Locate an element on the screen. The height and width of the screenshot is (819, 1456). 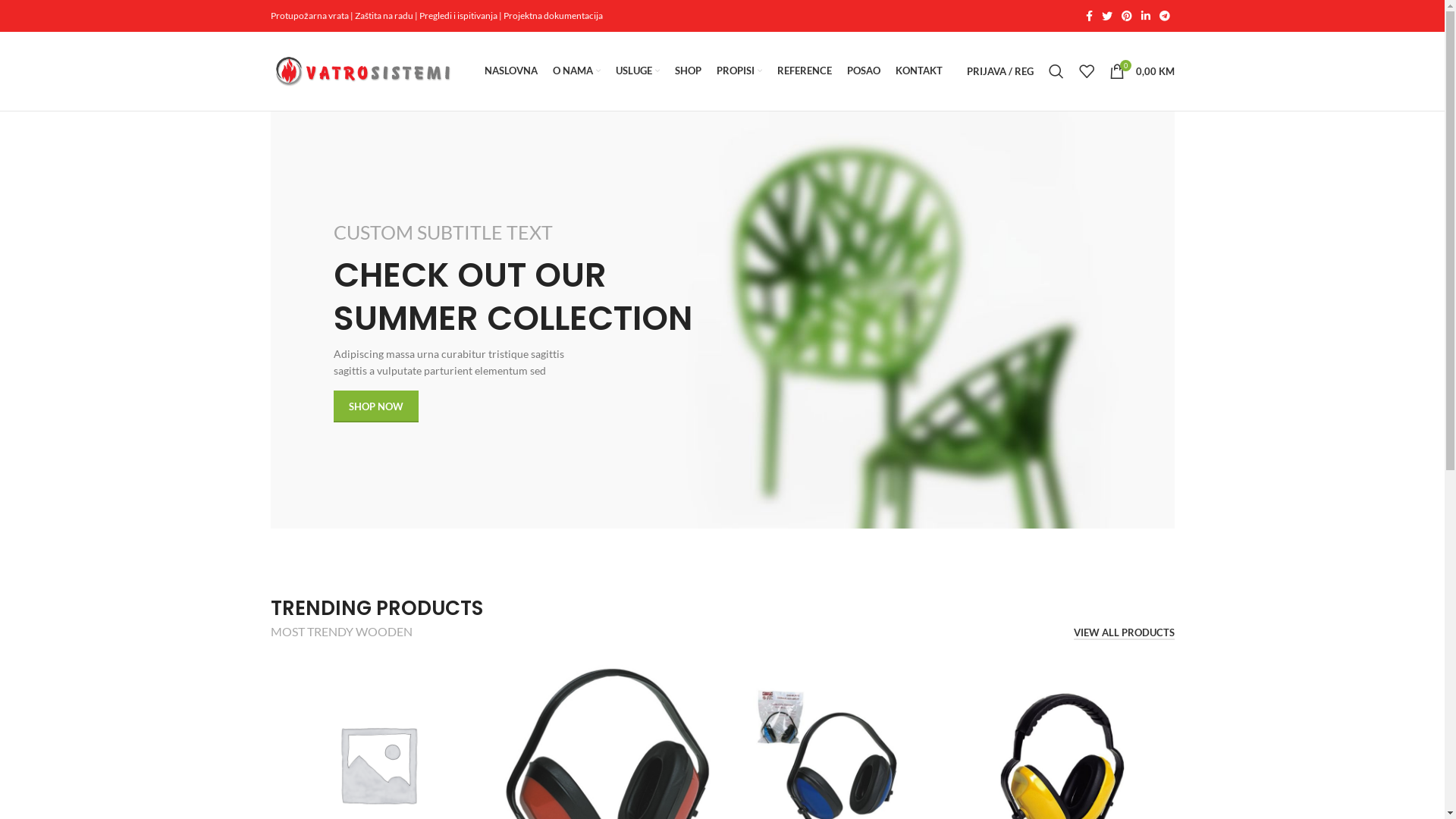
'SHOP NOW' is located at coordinates (375, 406).